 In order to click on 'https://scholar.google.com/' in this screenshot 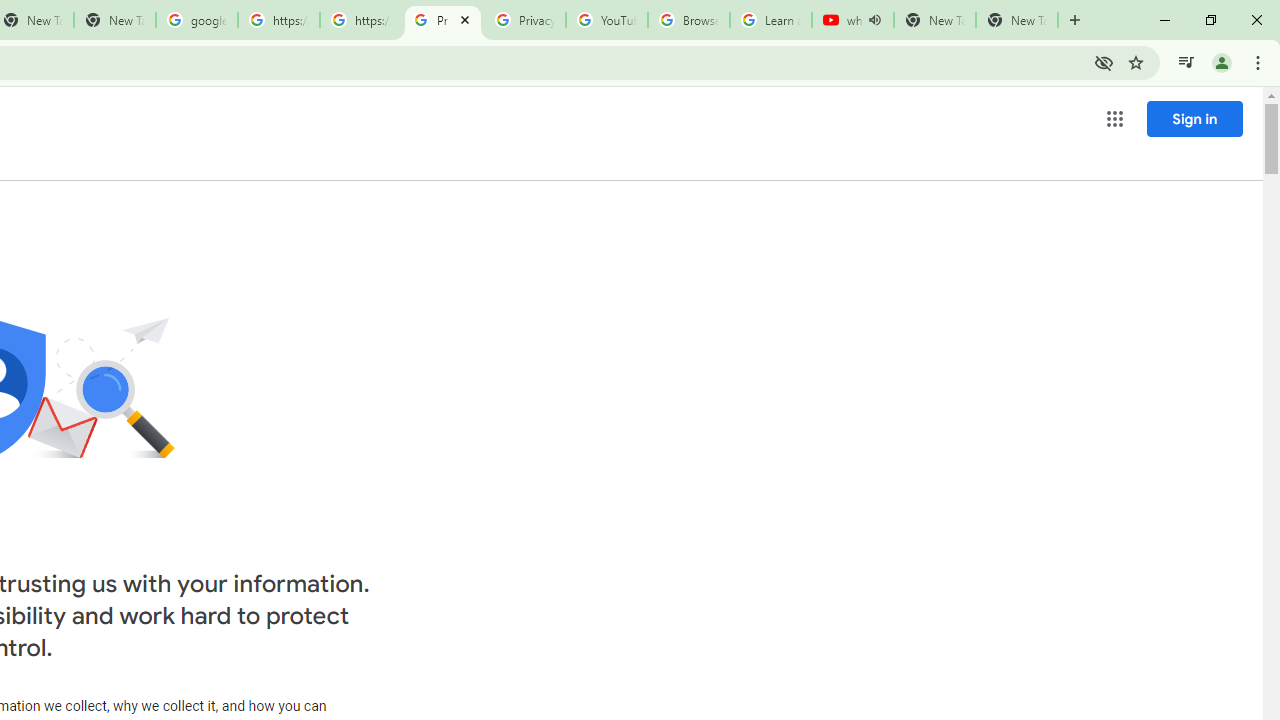, I will do `click(278, 20)`.